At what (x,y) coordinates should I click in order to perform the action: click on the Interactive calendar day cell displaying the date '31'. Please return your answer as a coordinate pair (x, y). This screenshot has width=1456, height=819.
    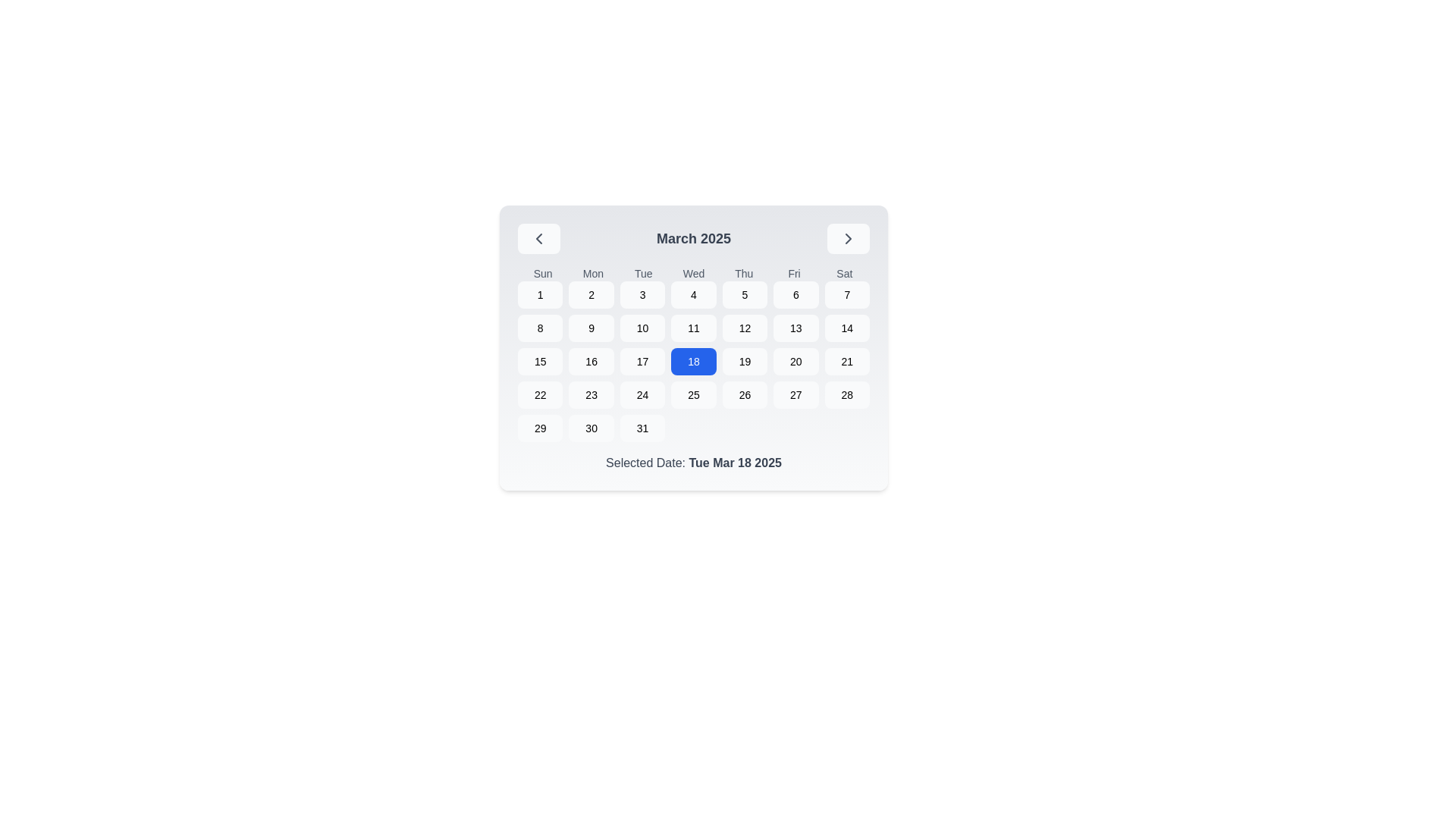
    Looking at the image, I should click on (642, 428).